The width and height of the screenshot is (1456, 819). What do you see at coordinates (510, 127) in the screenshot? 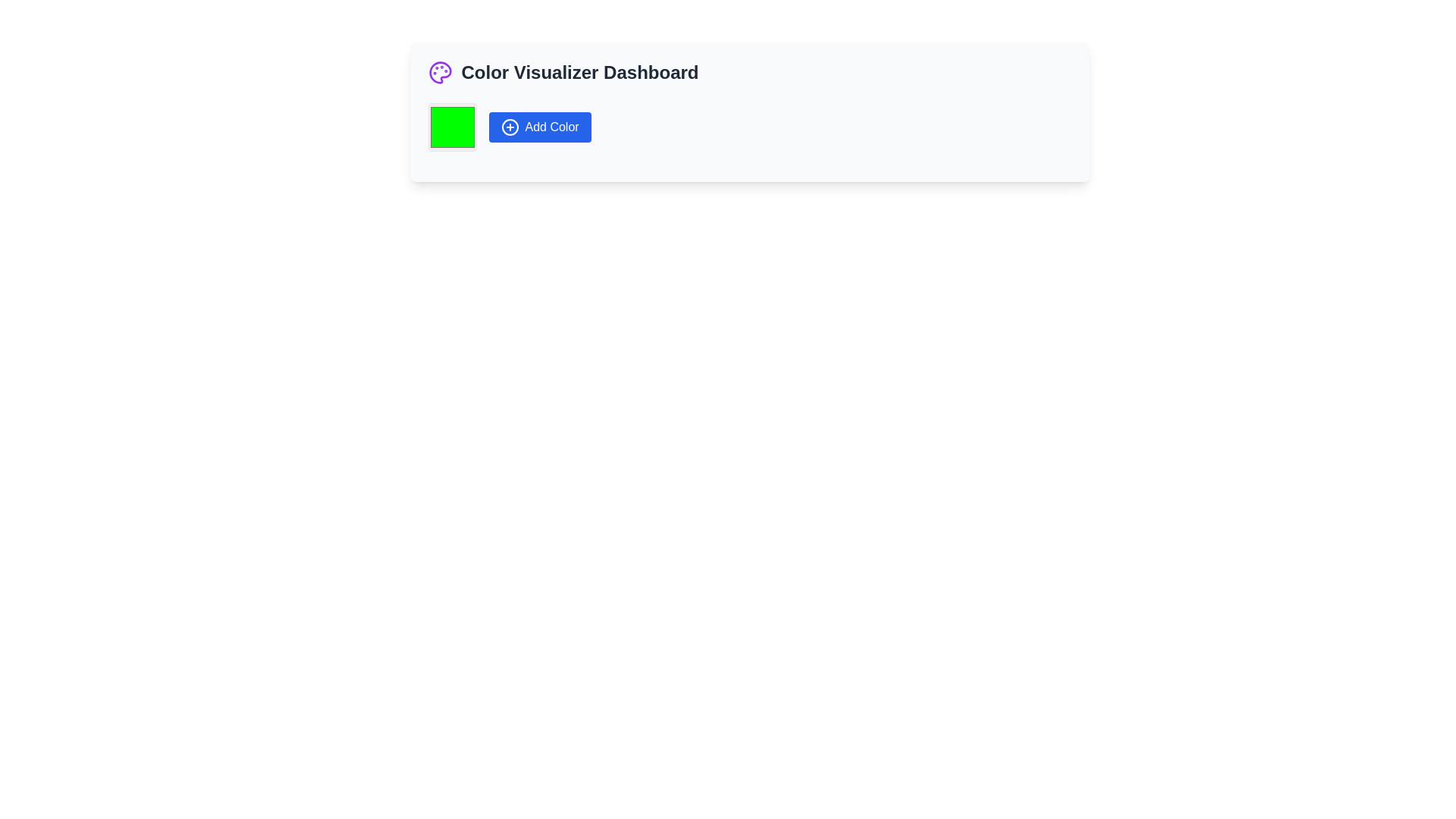
I see `the blue outlined circle icon with a plus symbol inside it, located on the left side of the 'Add Color' button` at bounding box center [510, 127].